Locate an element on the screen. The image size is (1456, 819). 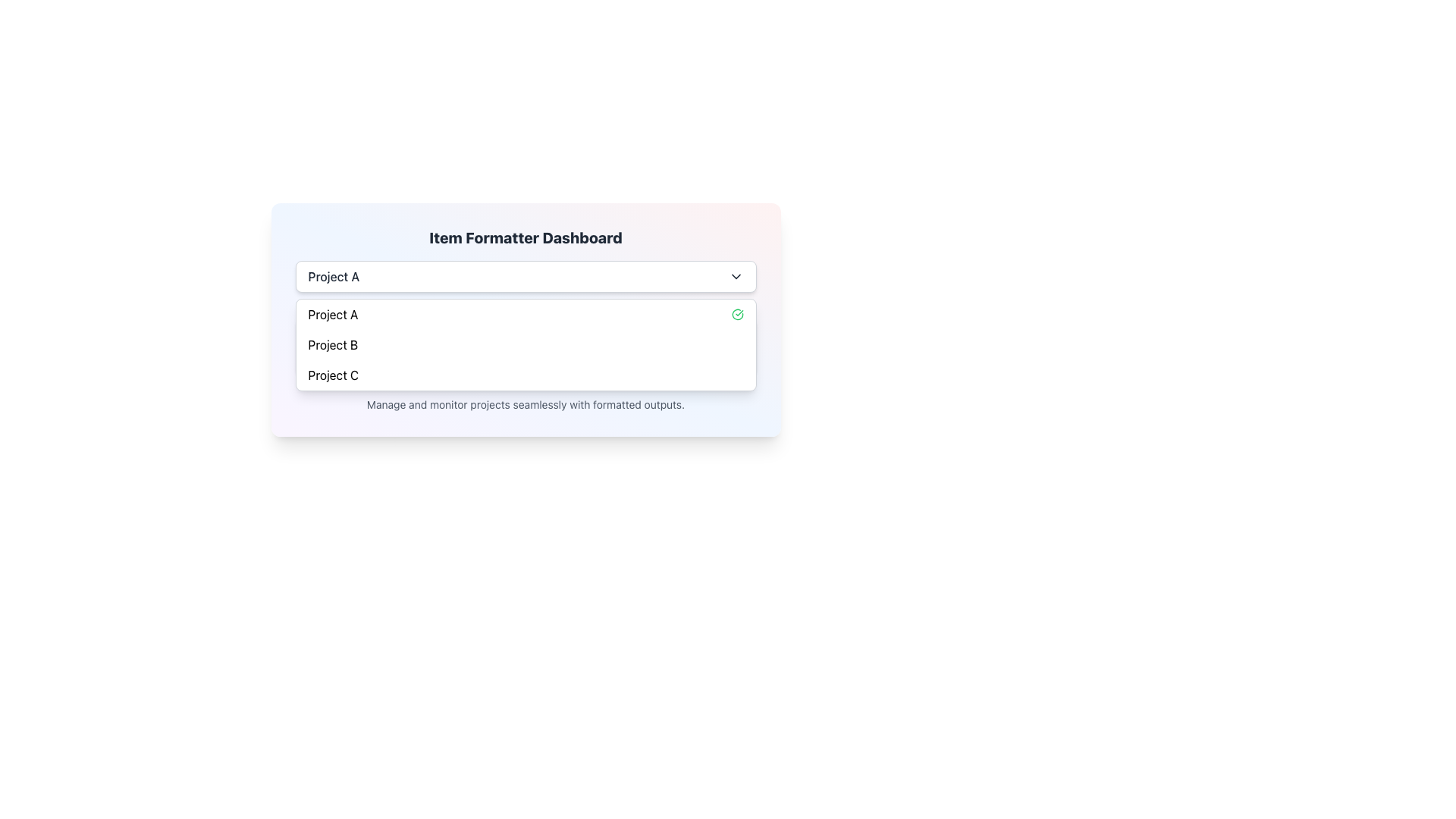
the green outlined circle icon with a checkmark inside, located to the right of the 'Project A' dropdown list item, indicating completion or approval is located at coordinates (737, 314).